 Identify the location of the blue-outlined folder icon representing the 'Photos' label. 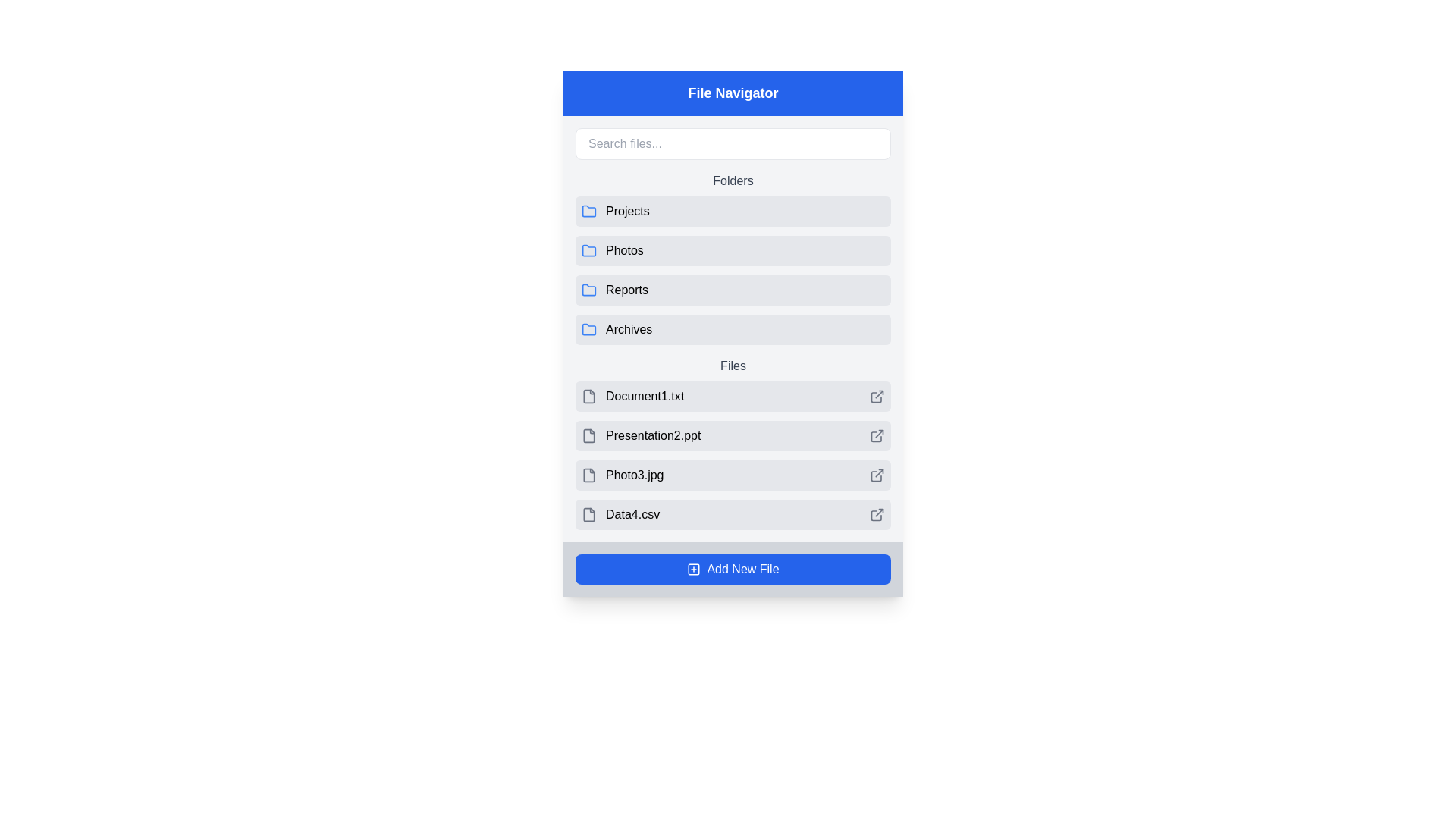
(588, 250).